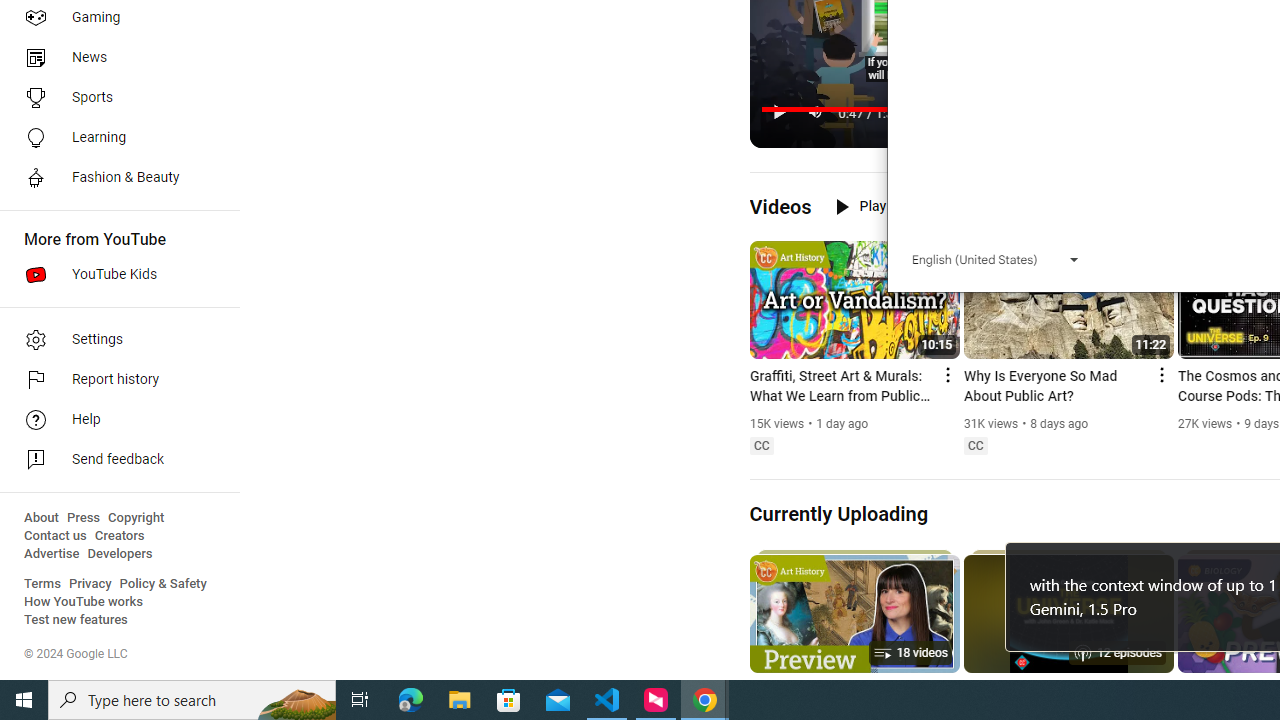  What do you see at coordinates (975, 445) in the screenshot?
I see `'Closed captions'` at bounding box center [975, 445].